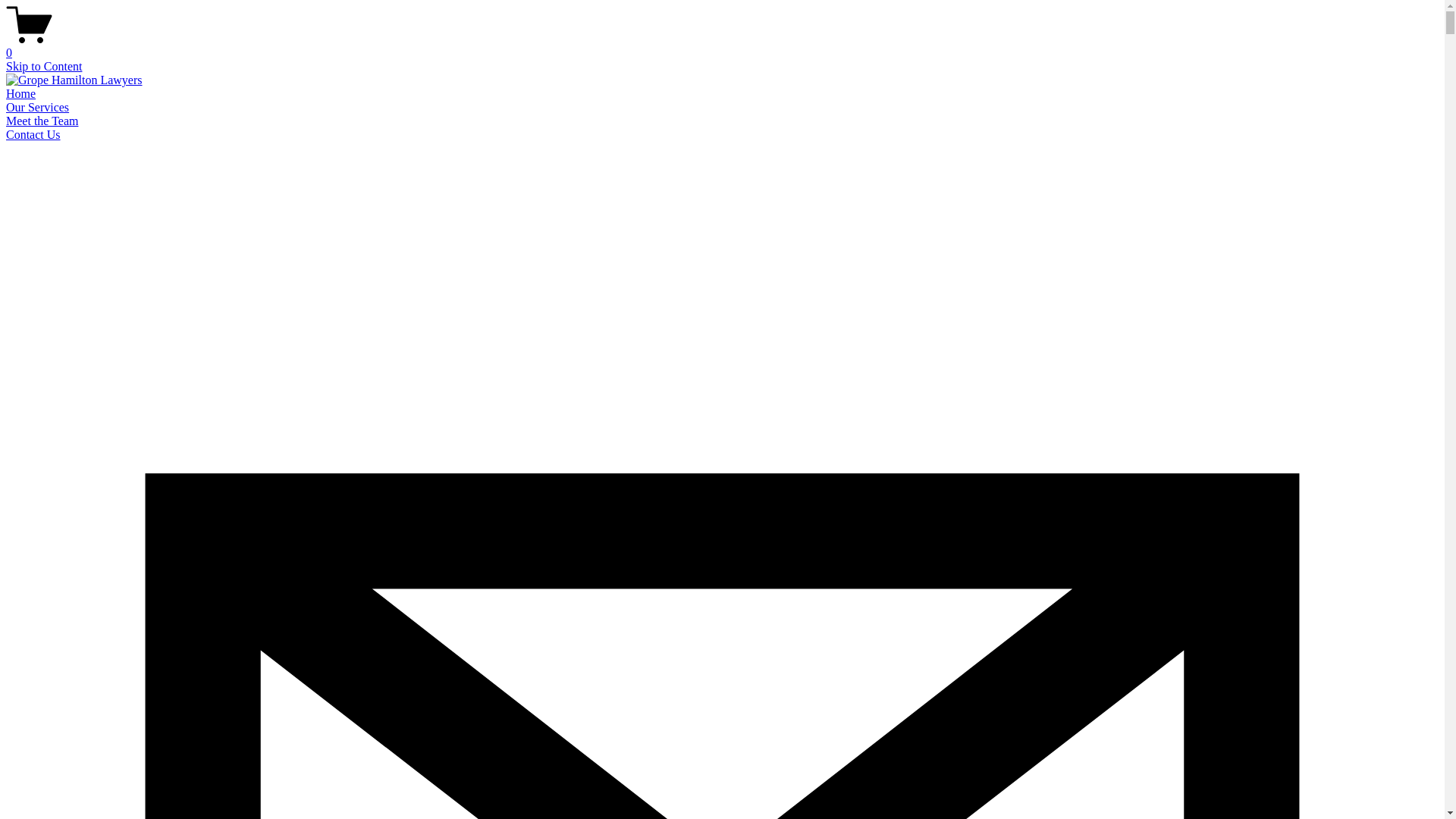 This screenshot has height=819, width=1456. What do you see at coordinates (33, 133) in the screenshot?
I see `'Contact Us'` at bounding box center [33, 133].